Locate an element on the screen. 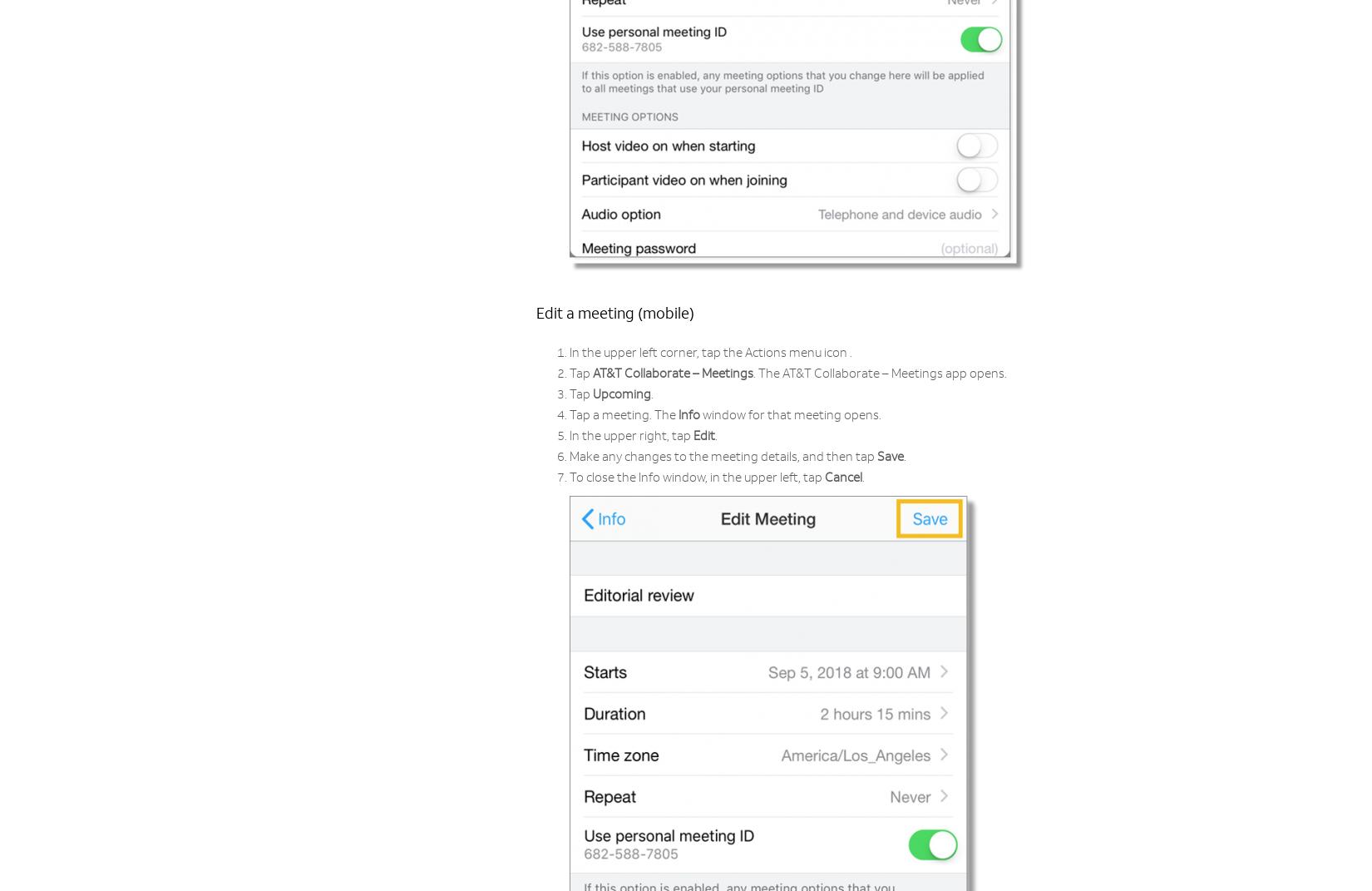 This screenshot has height=891, width=1372. 'Cancel' is located at coordinates (824, 478).